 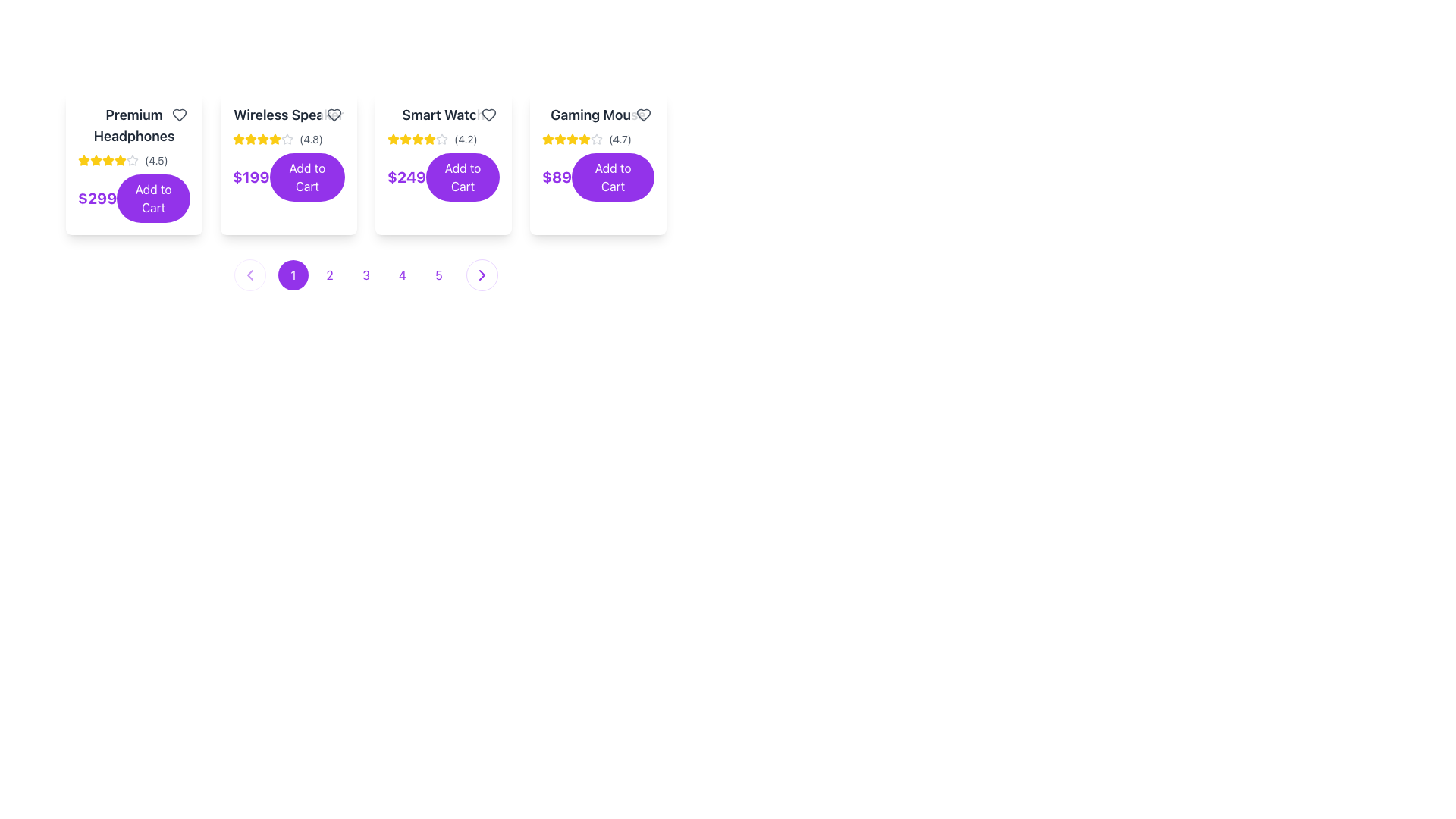 What do you see at coordinates (584, 140) in the screenshot?
I see `the sixth star icon in the rating indicator for the 'Gaming Mouse' product card` at bounding box center [584, 140].